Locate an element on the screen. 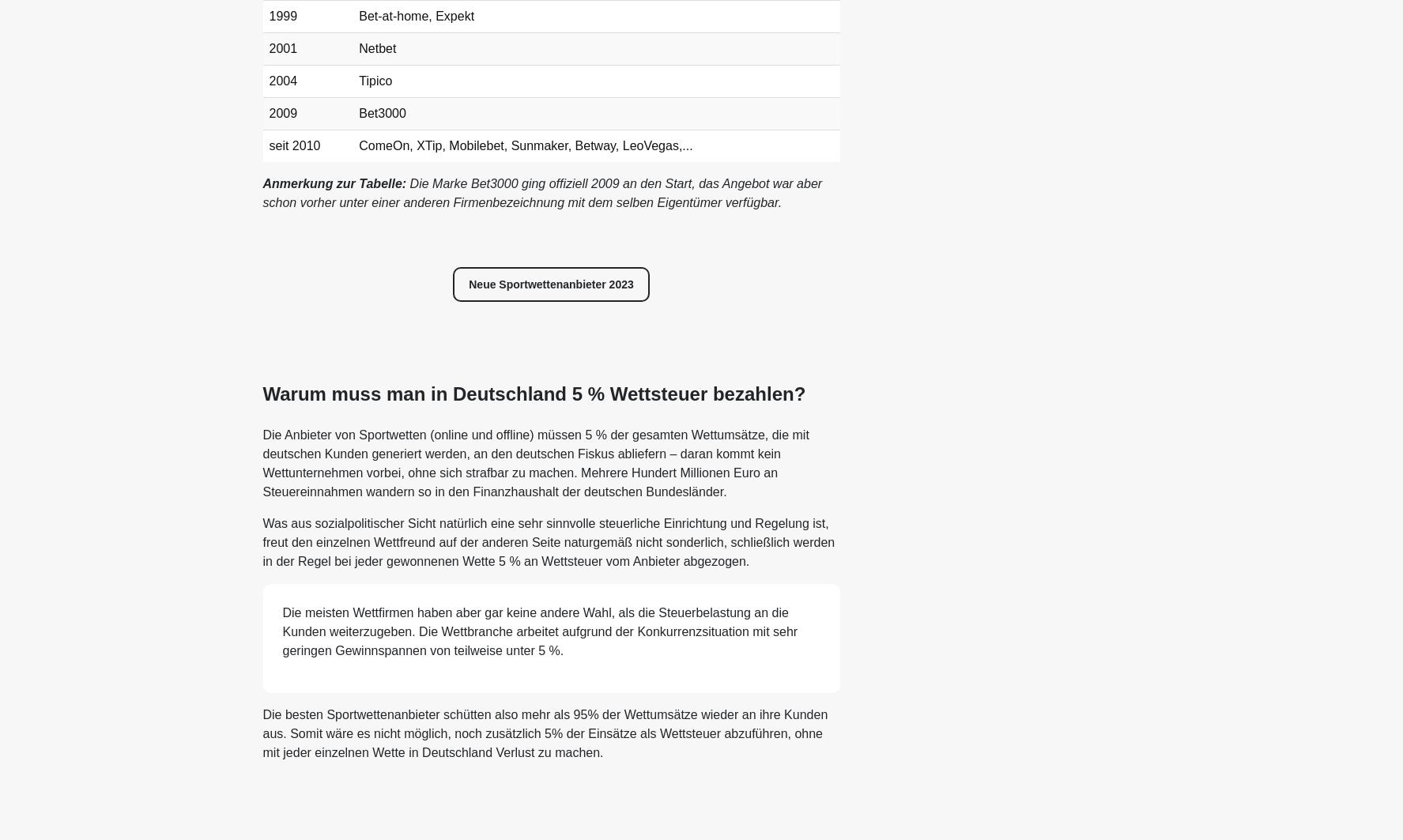  'Neue Sportwettenanbieter 2023' is located at coordinates (550, 283).